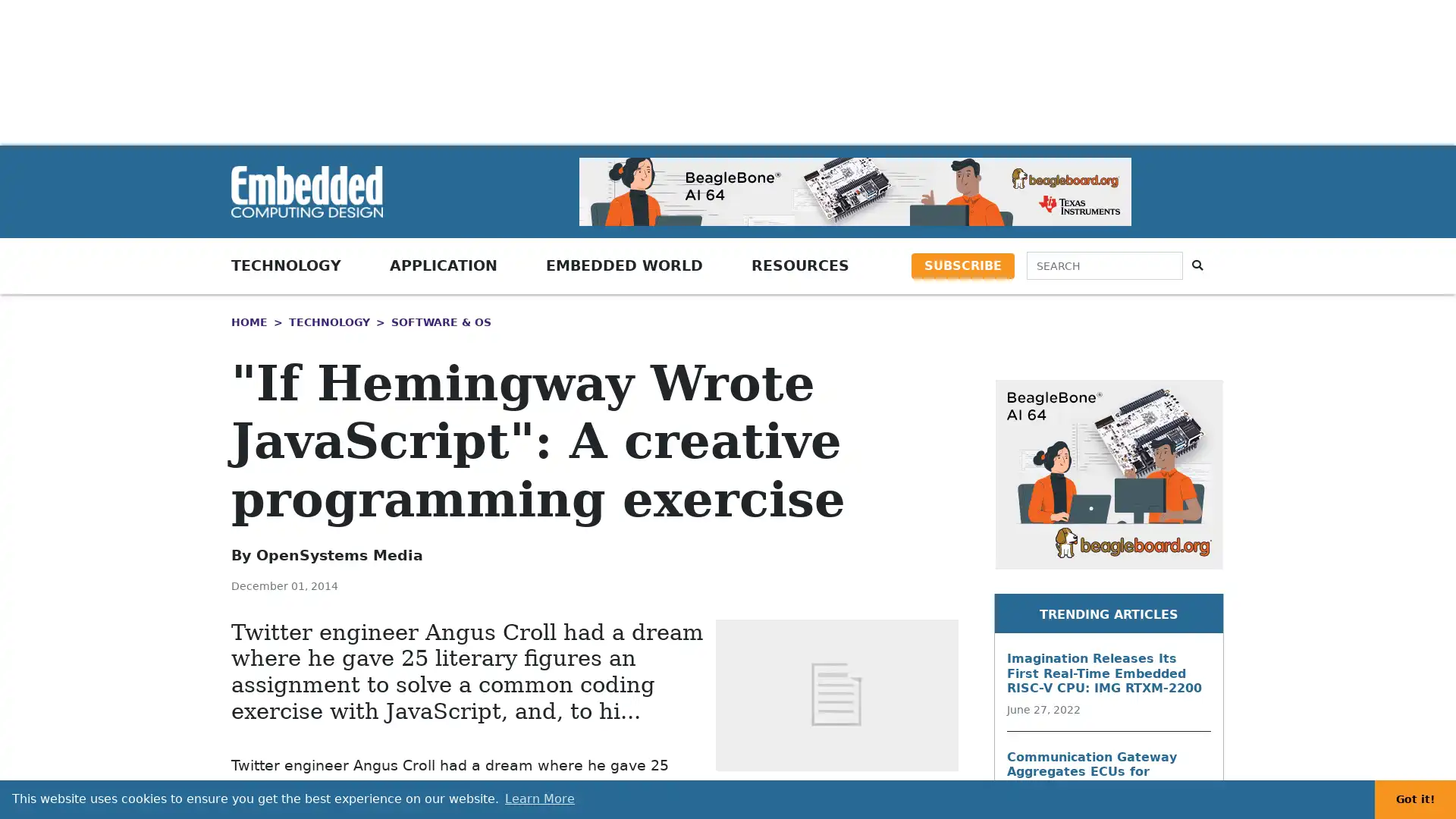 Image resolution: width=1456 pixels, height=819 pixels. Describe the element at coordinates (539, 798) in the screenshot. I see `learn more about cookies` at that location.